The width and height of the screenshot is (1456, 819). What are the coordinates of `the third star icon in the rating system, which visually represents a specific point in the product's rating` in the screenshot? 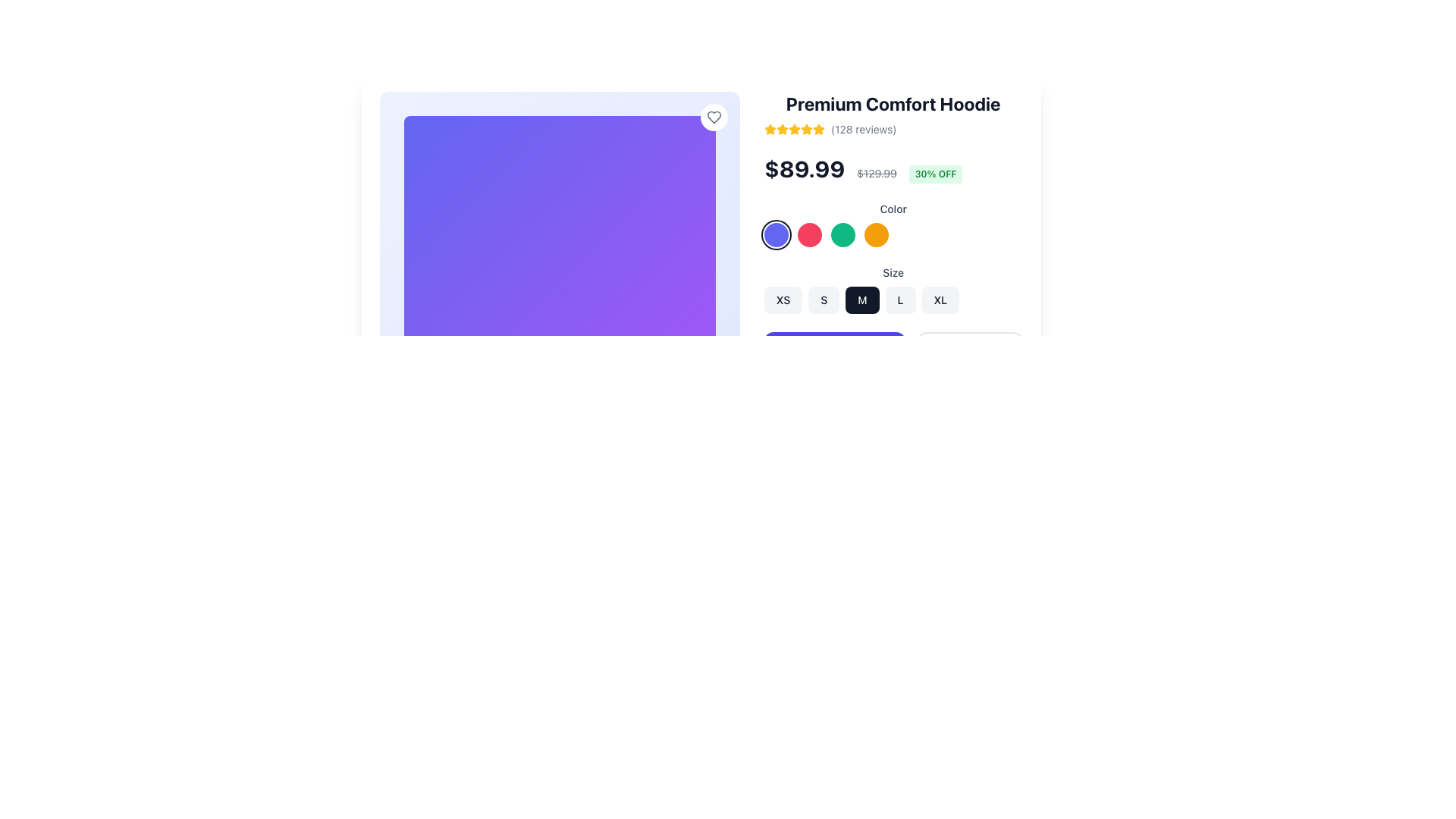 It's located at (793, 128).